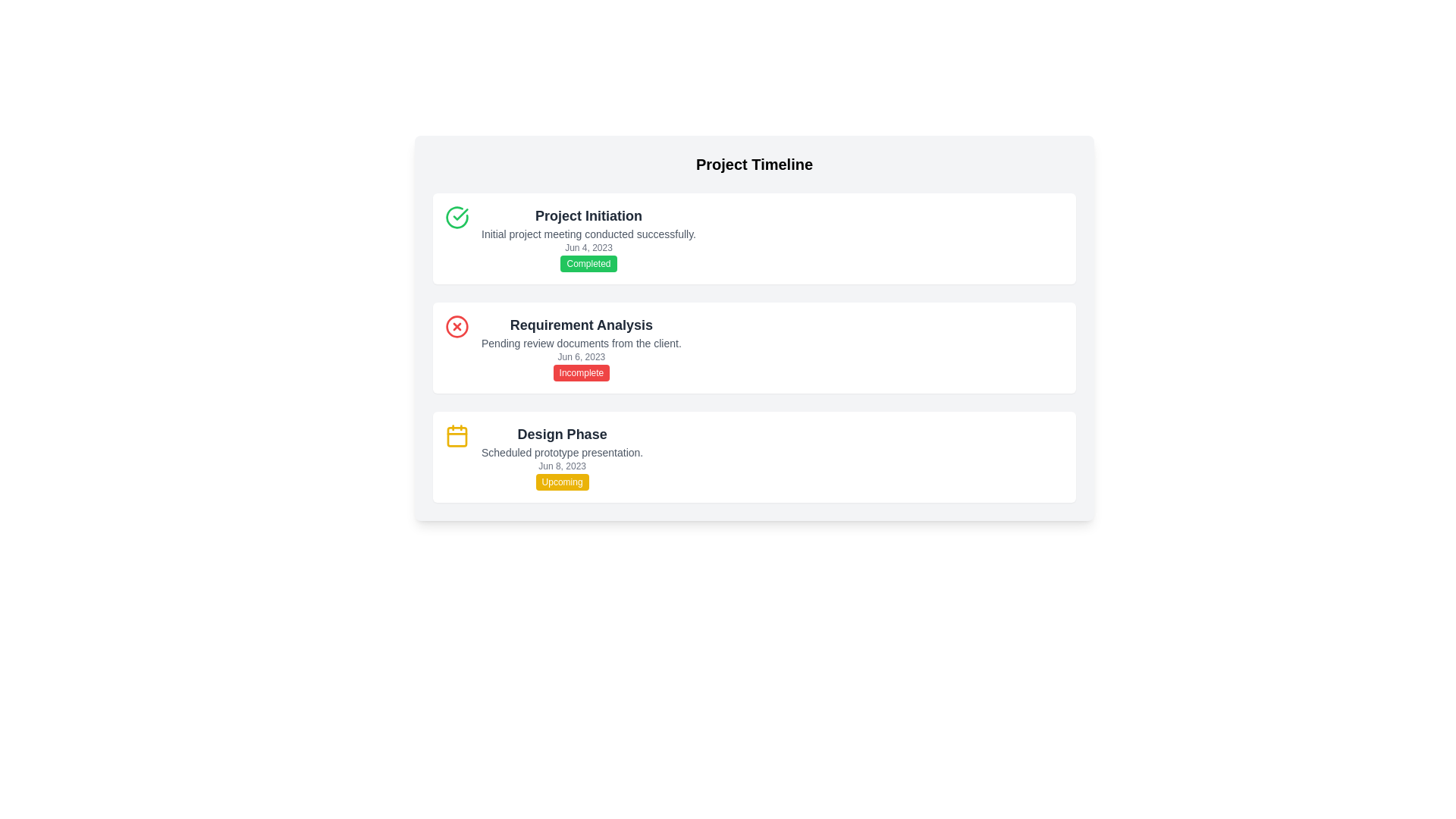 The image size is (1456, 819). What do you see at coordinates (754, 456) in the screenshot?
I see `the yellow badge labeled 'Upcoming' within the Timeline entry for 'Design Phase'` at bounding box center [754, 456].